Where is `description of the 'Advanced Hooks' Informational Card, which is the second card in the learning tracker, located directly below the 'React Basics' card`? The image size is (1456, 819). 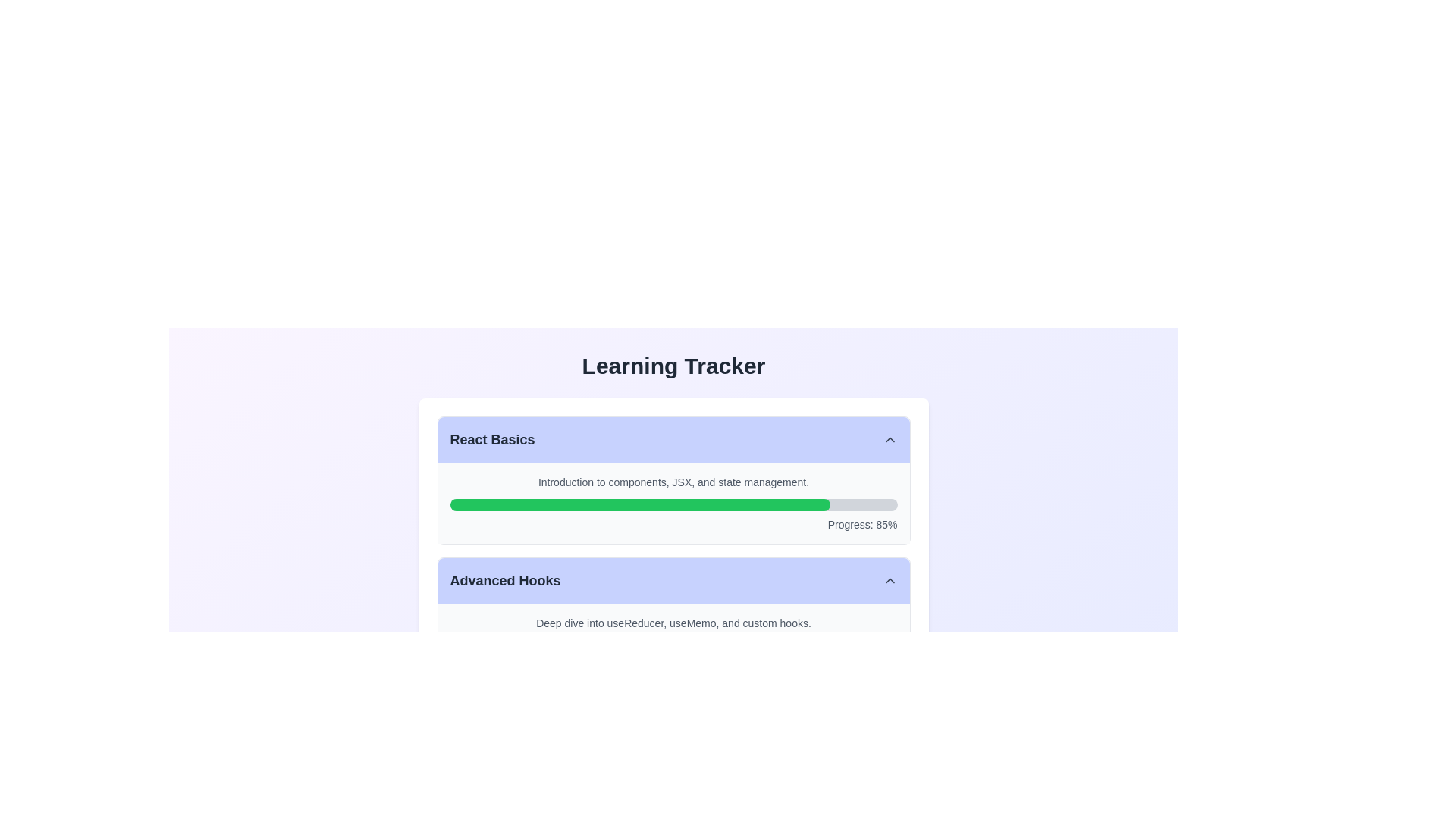 description of the 'Advanced Hooks' Informational Card, which is the second card in the learning tracker, located directly below the 'React Basics' card is located at coordinates (673, 622).